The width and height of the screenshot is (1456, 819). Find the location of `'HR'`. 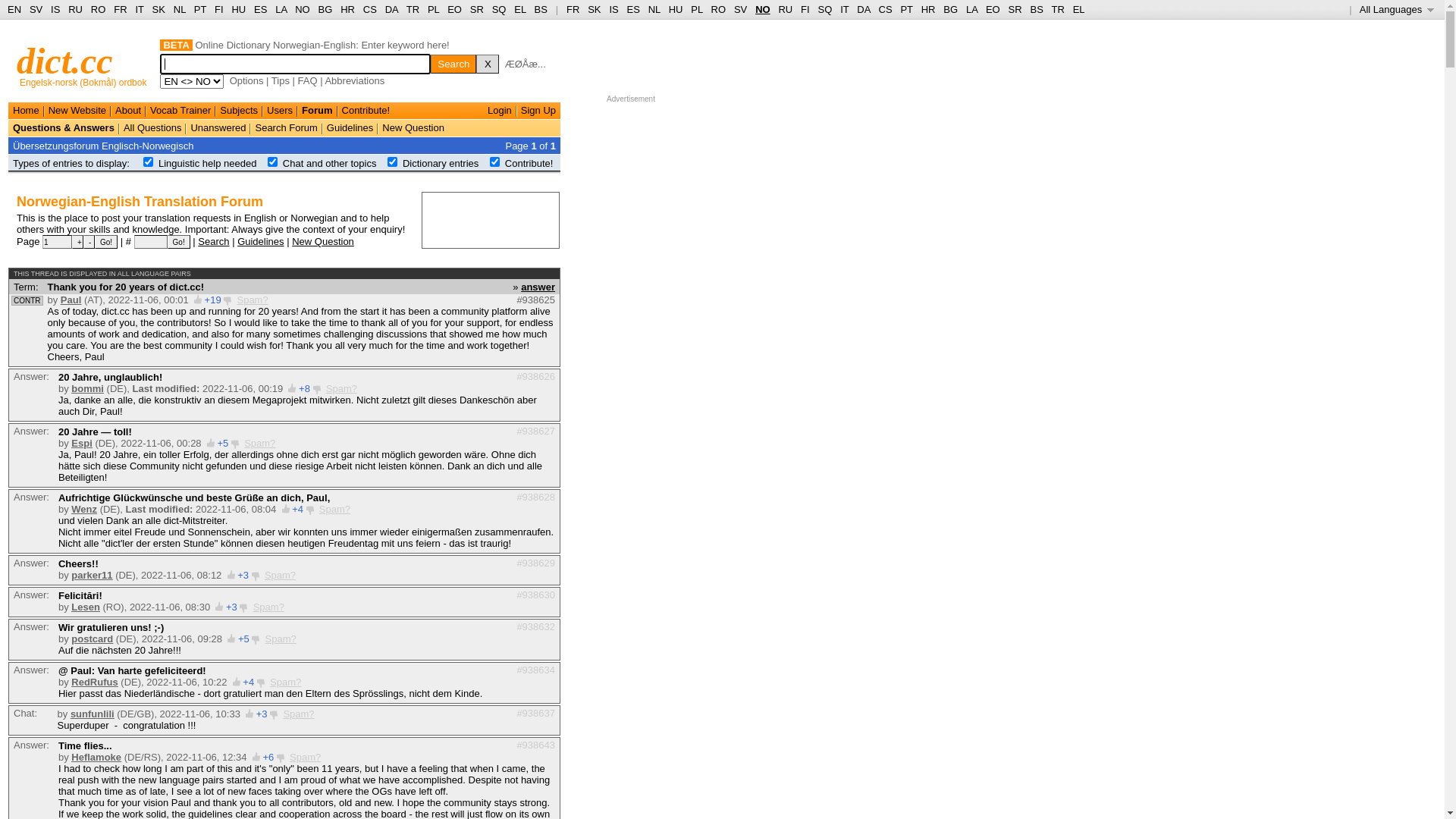

'HR' is located at coordinates (347, 9).